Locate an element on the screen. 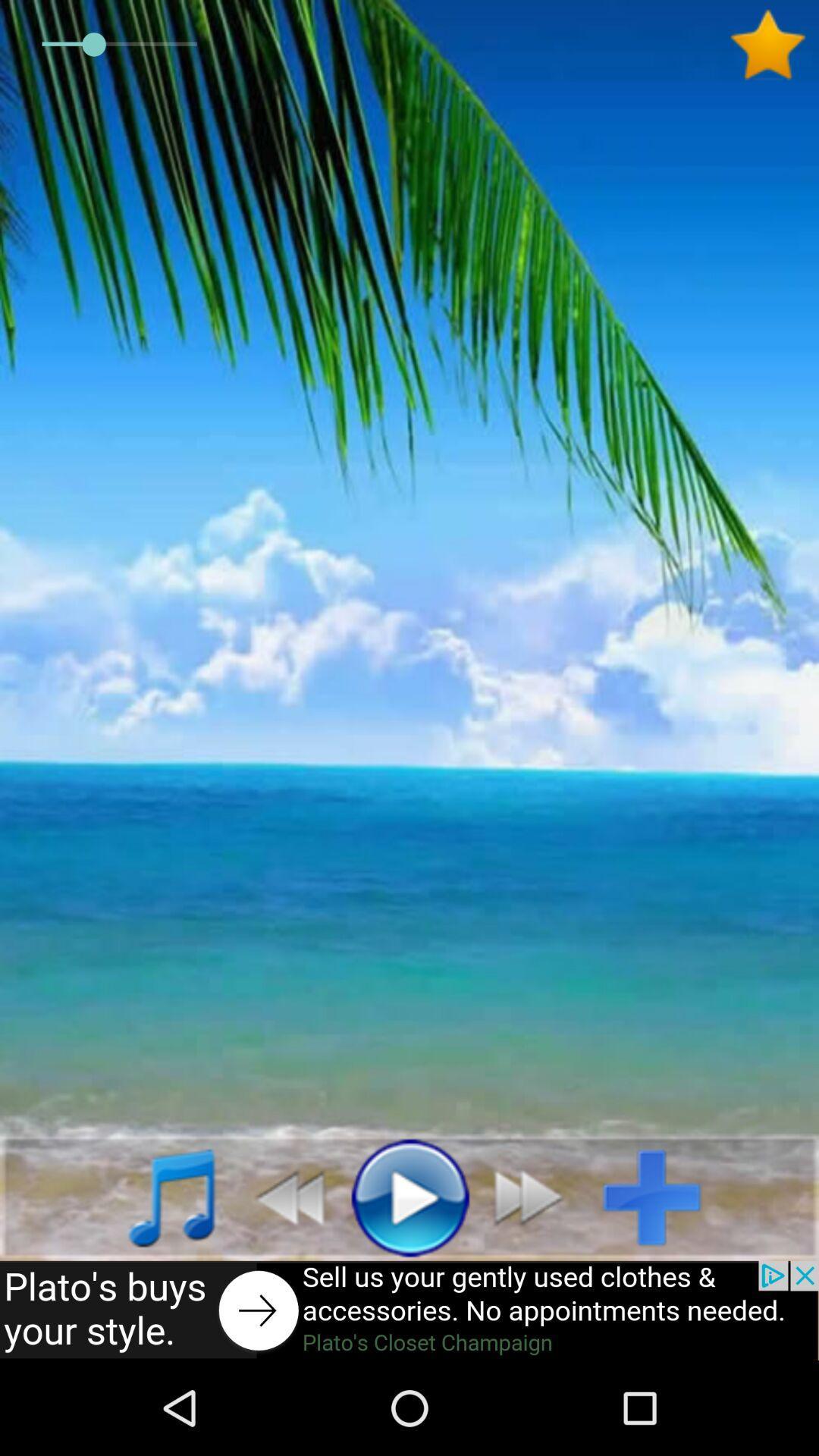 The image size is (819, 1456). click the music option to hear songs is located at coordinates (155, 1196).